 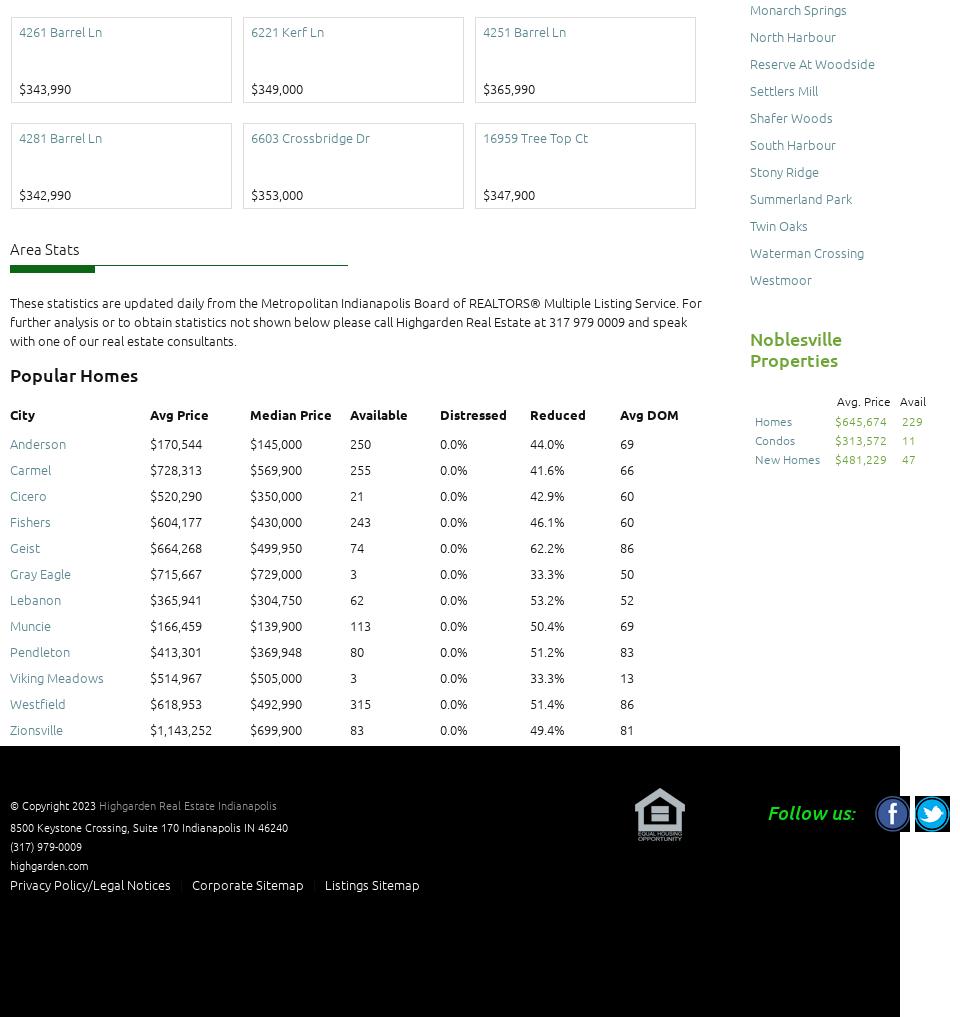 I want to click on 'South Harbour', so click(x=792, y=143).